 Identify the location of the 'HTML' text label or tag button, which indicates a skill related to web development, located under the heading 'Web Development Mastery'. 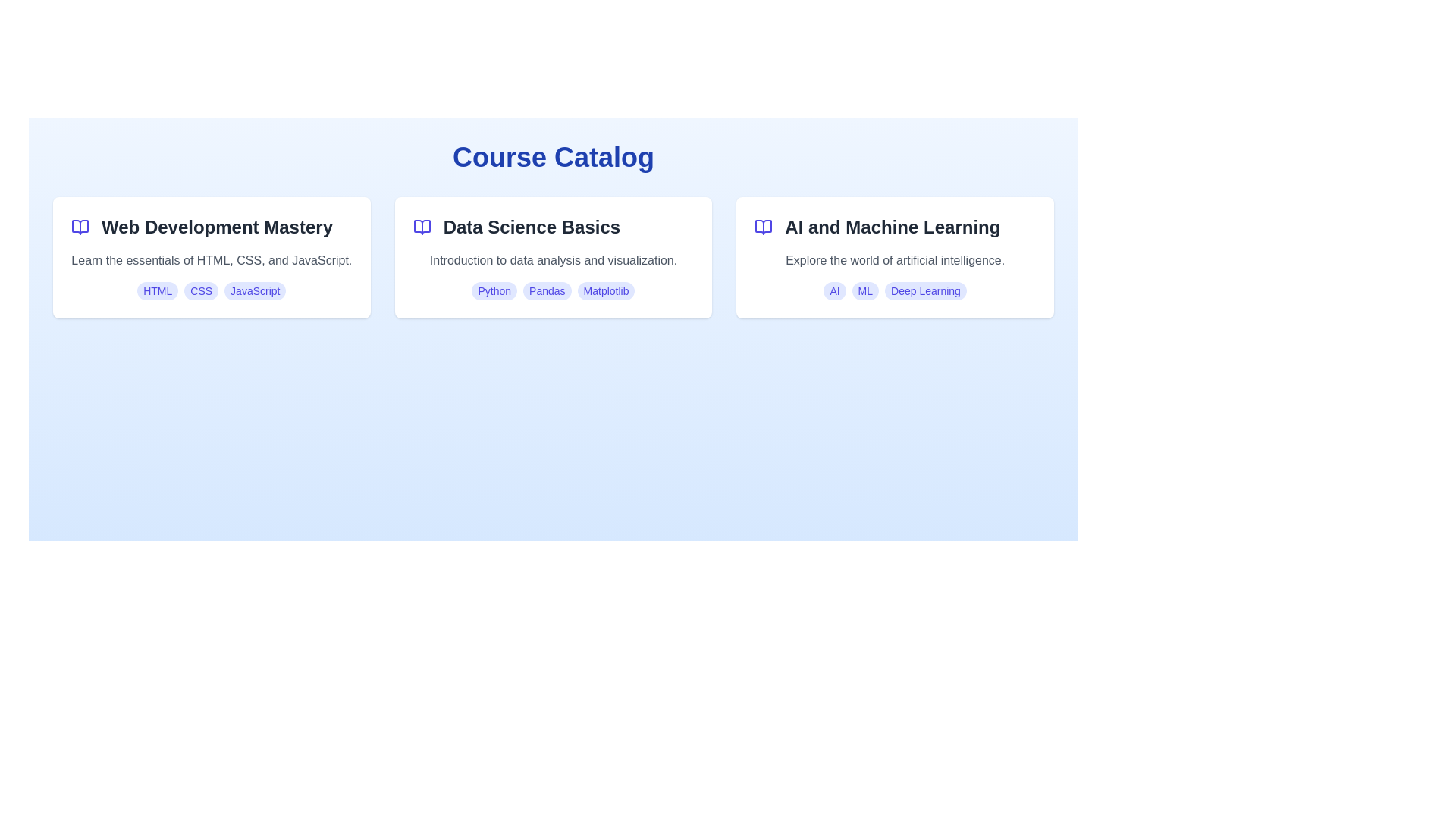
(158, 291).